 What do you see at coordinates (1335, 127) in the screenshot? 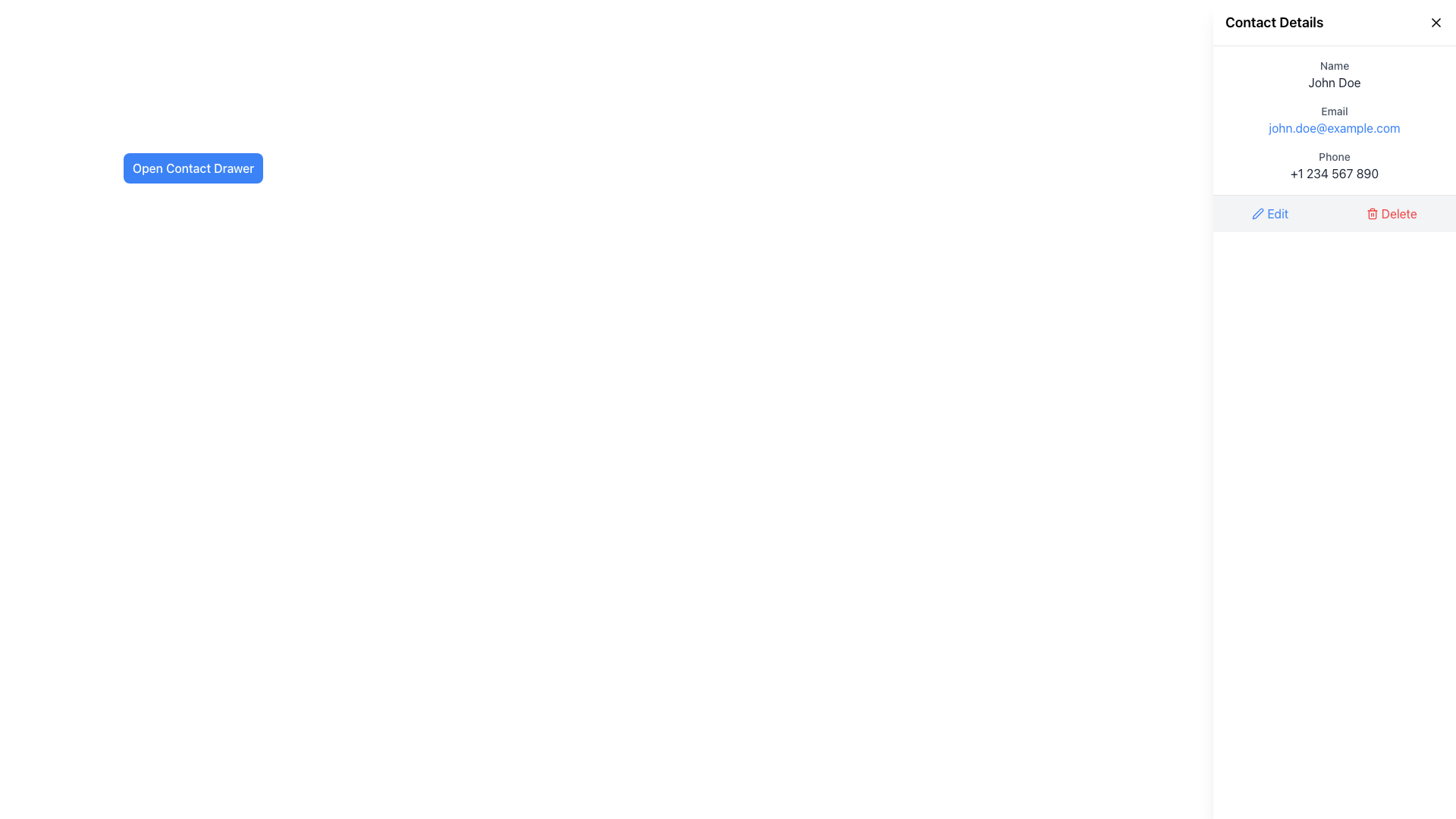
I see `the blue text link 'john.doe@example.com'` at bounding box center [1335, 127].